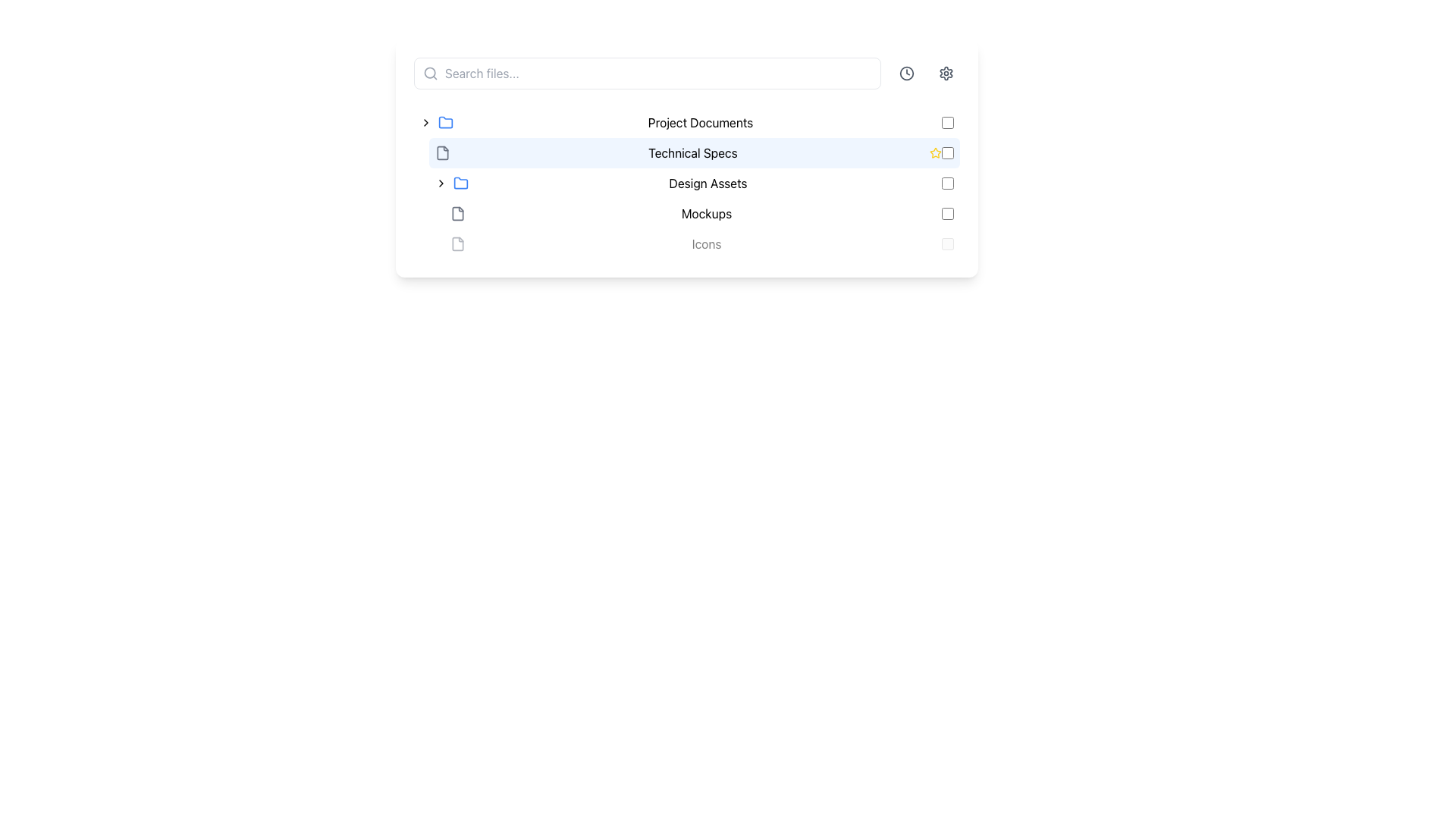 This screenshot has height=819, width=1456. Describe the element at coordinates (946, 73) in the screenshot. I see `the circular settings icon with gear-like edges located in the top-right corner of the interface to trigger hover effects` at that location.